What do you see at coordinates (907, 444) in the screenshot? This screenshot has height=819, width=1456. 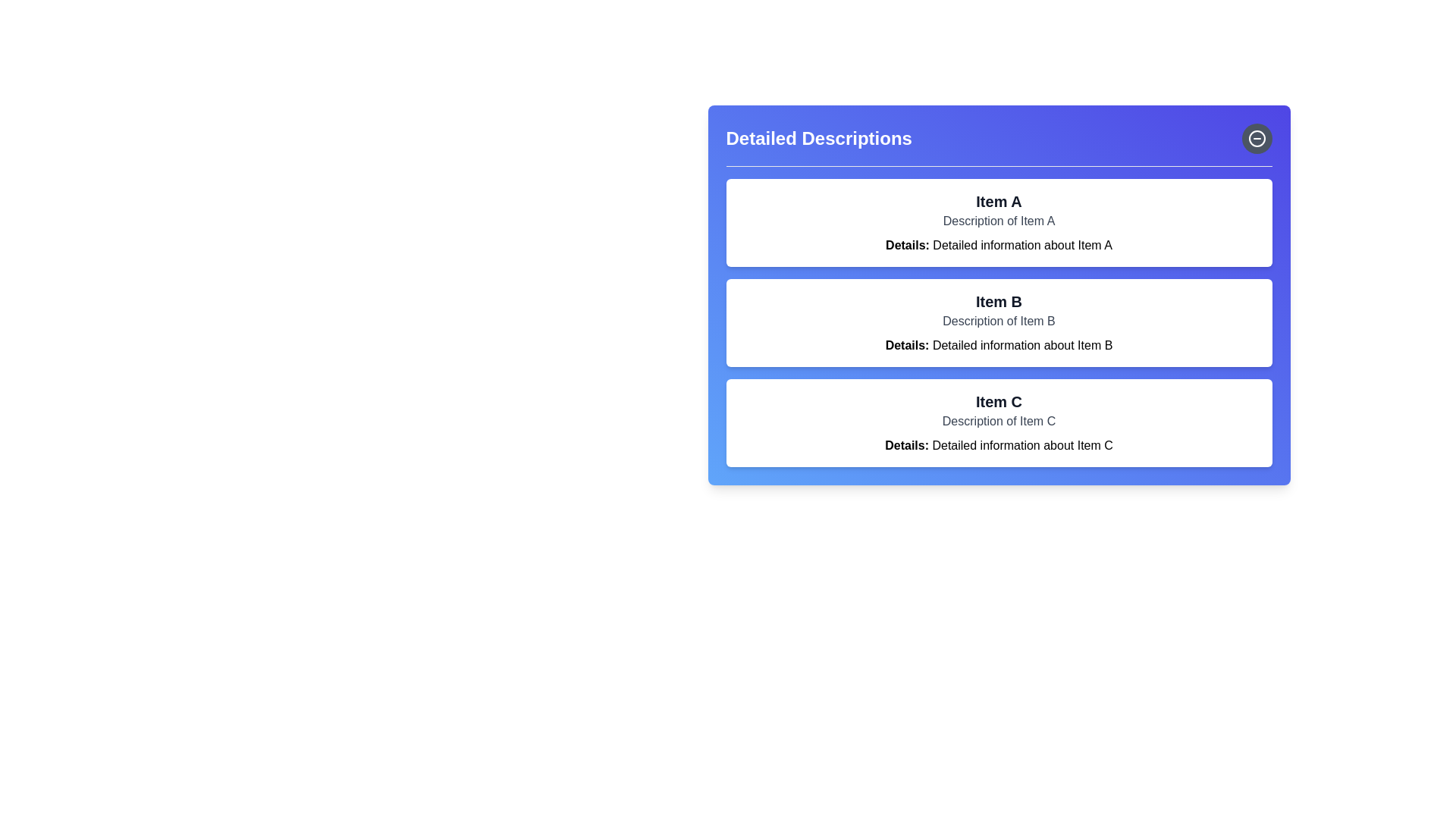 I see `the text label for 'Item C' located under the header 'Detailed Descriptions'` at bounding box center [907, 444].